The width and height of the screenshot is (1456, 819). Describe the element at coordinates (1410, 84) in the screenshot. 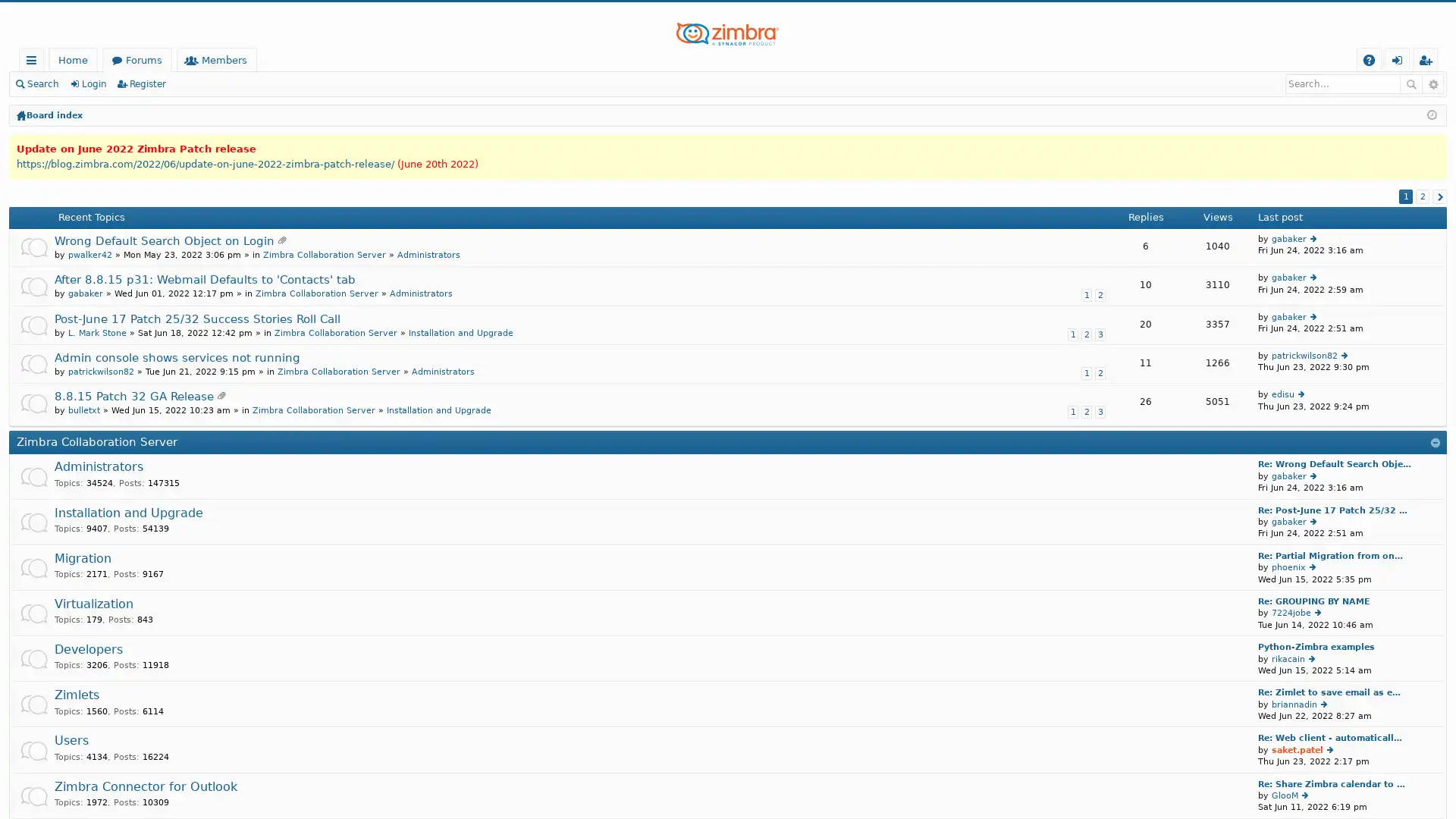

I see `Search` at that location.